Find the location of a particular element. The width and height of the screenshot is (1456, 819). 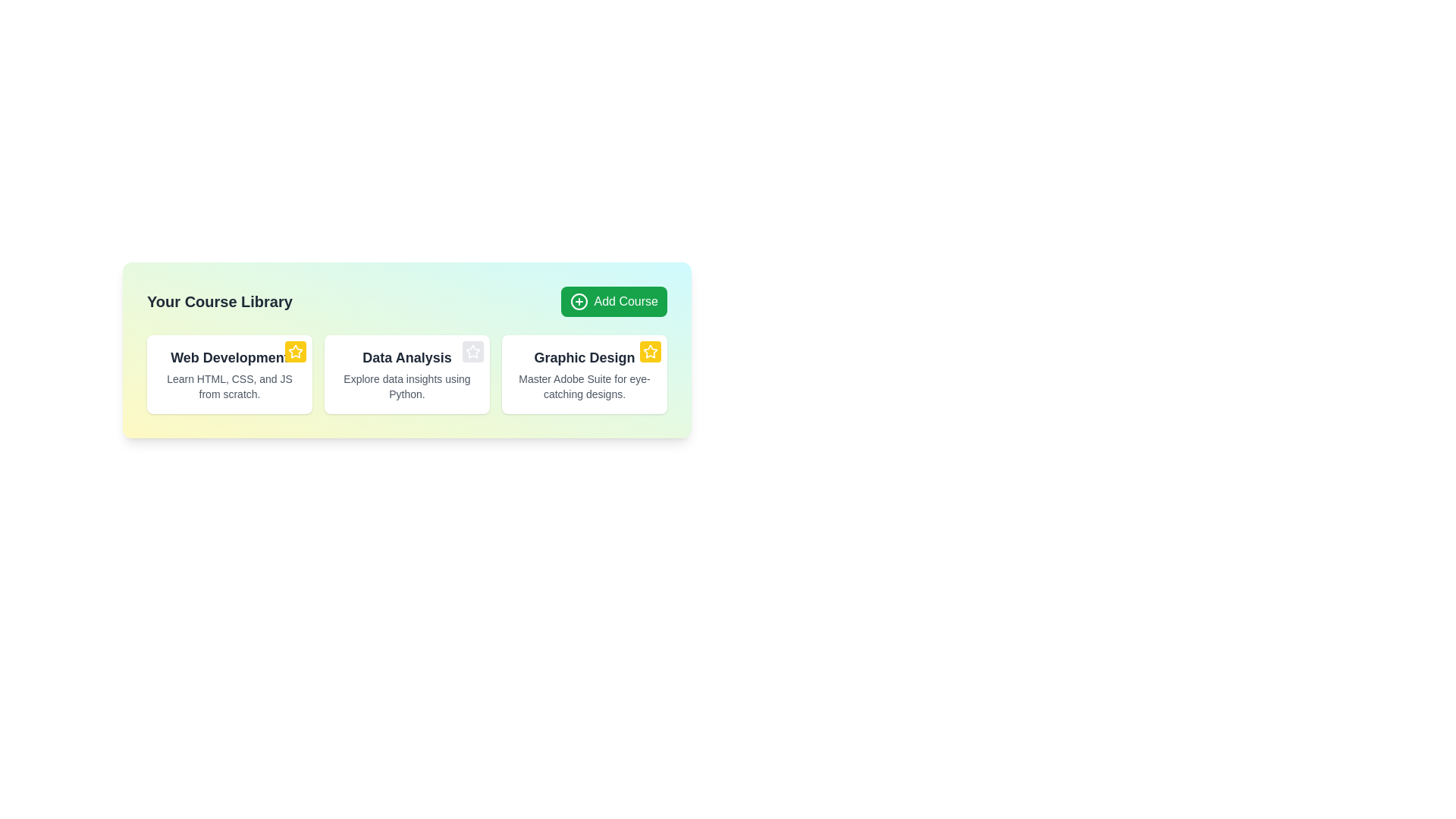

the small, rounded square button with a yellow background and a white star icon located in the top-right corner of the card titled 'Web Development' to mark or unmark as favorite is located at coordinates (295, 351).